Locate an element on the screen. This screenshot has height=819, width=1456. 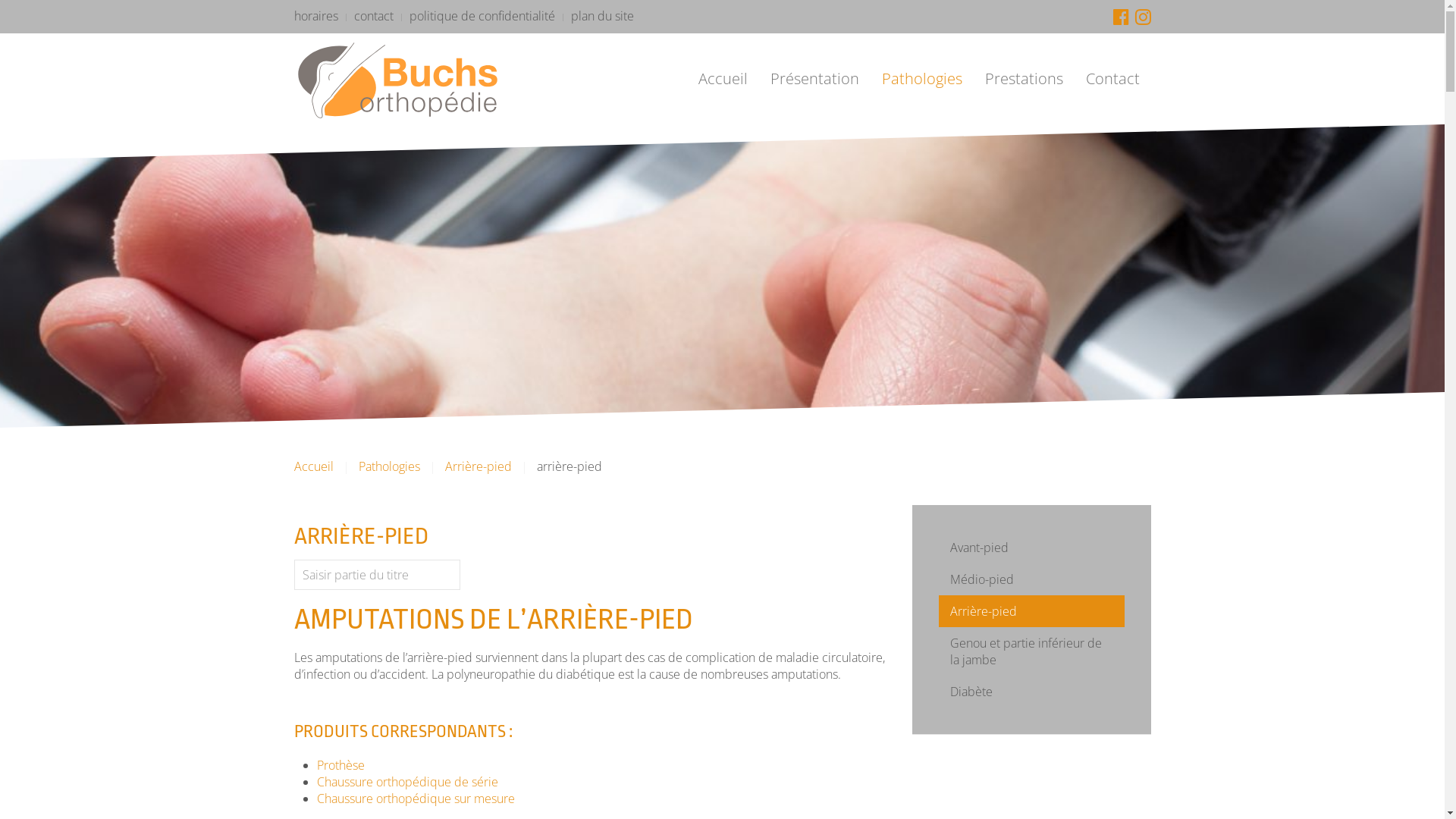
'Contact' is located at coordinates (1112, 79).